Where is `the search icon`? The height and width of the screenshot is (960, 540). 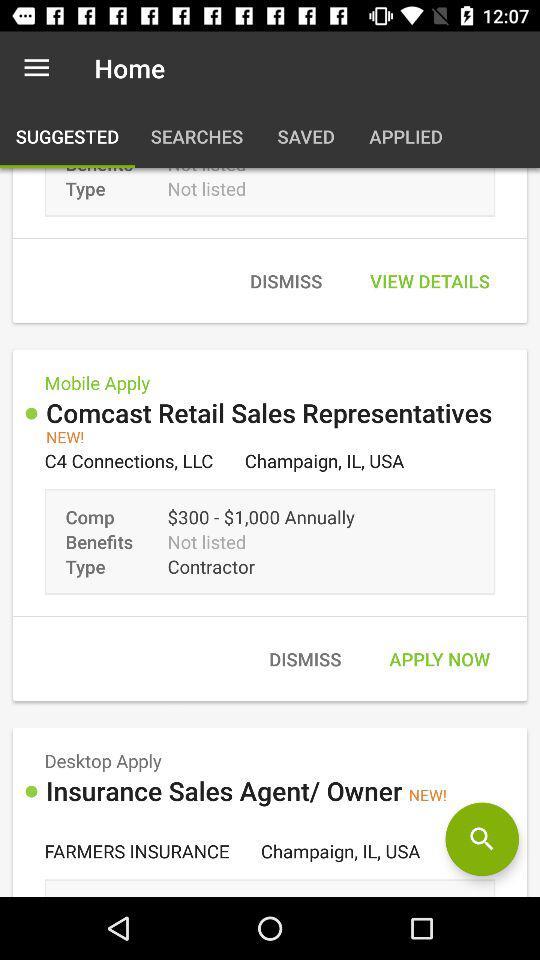 the search icon is located at coordinates (481, 839).